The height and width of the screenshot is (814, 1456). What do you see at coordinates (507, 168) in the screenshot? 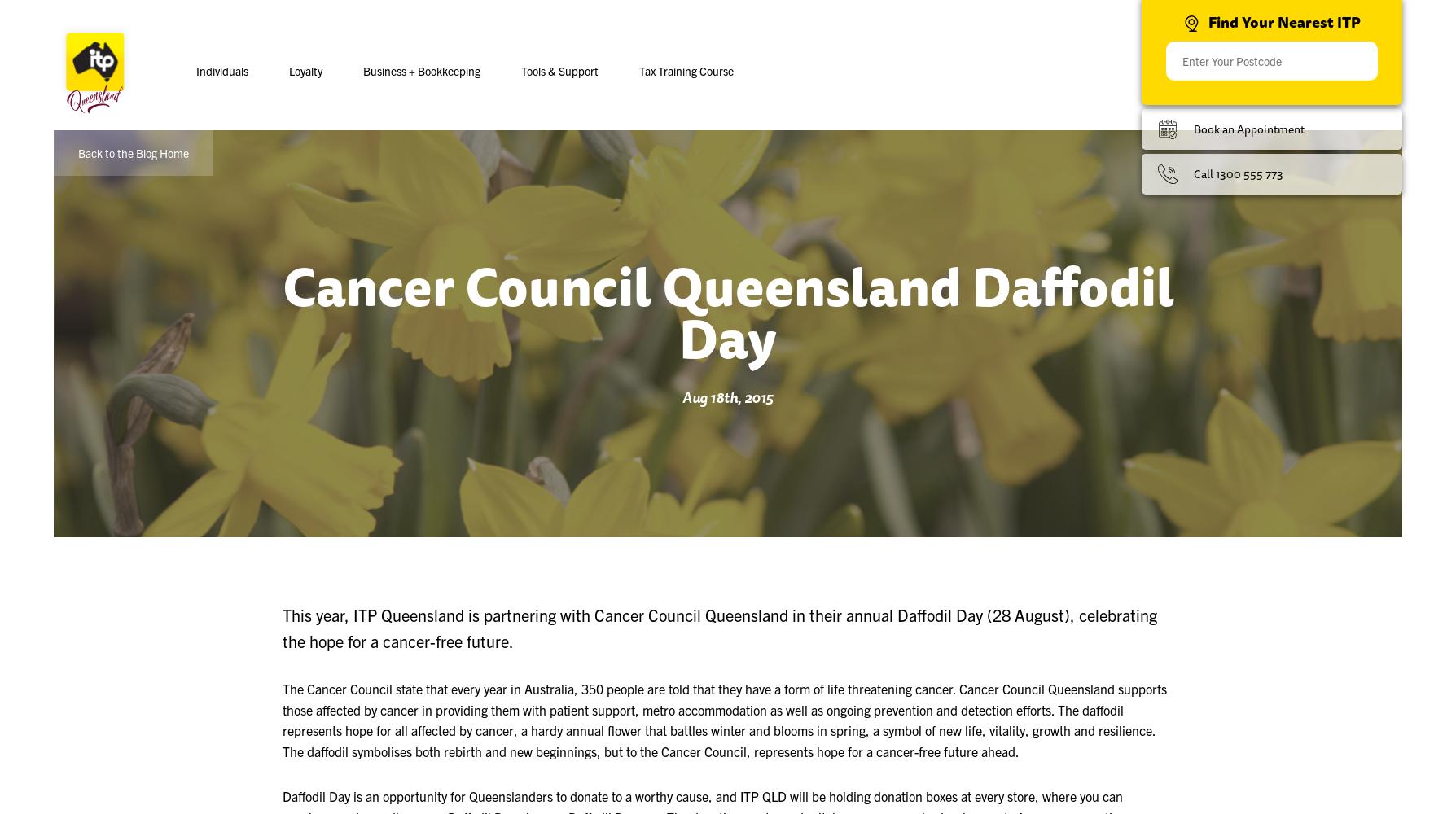
I see `'inOffice Returns'` at bounding box center [507, 168].